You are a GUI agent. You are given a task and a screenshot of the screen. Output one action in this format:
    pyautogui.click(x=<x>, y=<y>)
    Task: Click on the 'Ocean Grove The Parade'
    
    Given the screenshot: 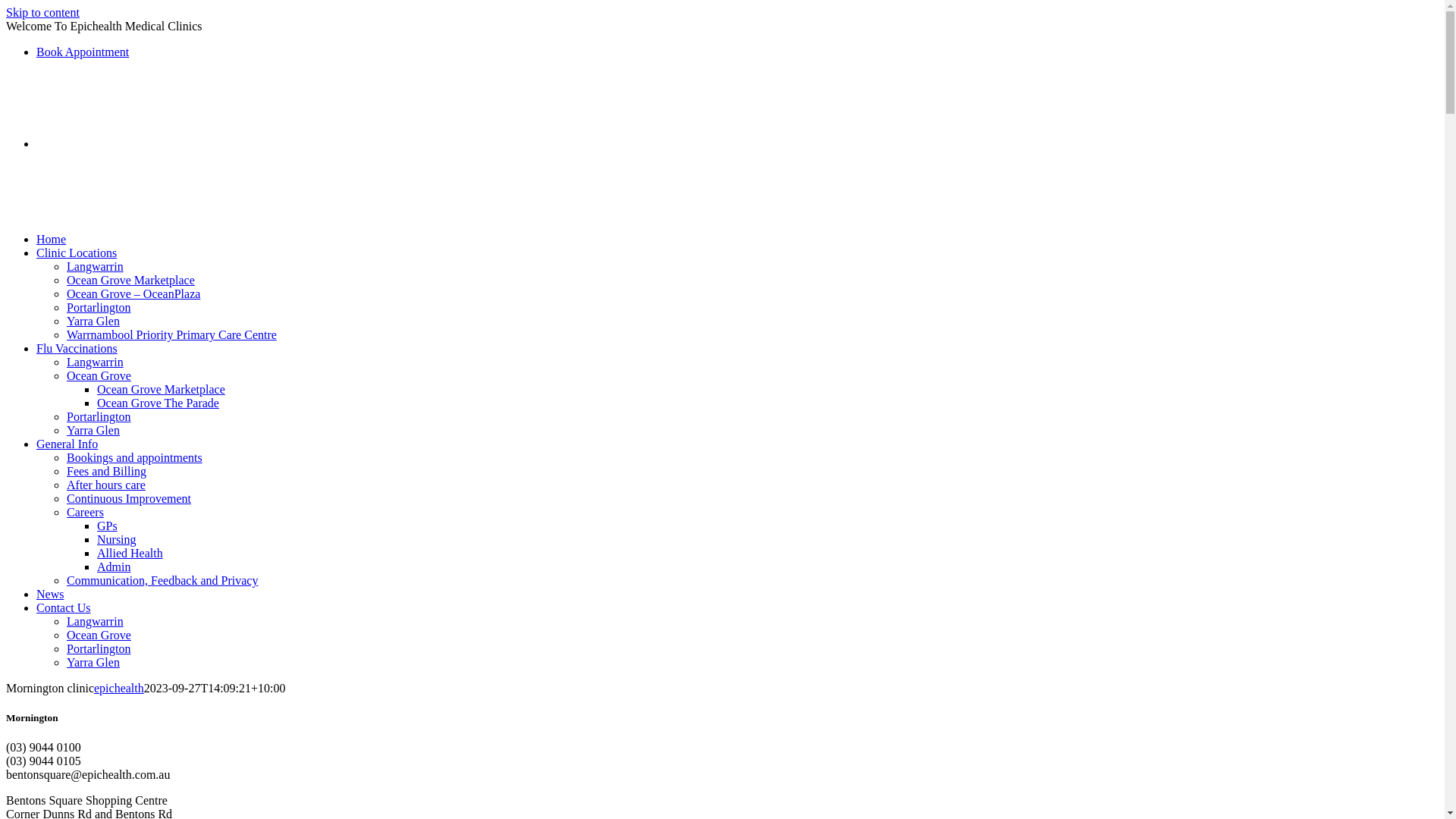 What is the action you would take?
    pyautogui.click(x=96, y=402)
    